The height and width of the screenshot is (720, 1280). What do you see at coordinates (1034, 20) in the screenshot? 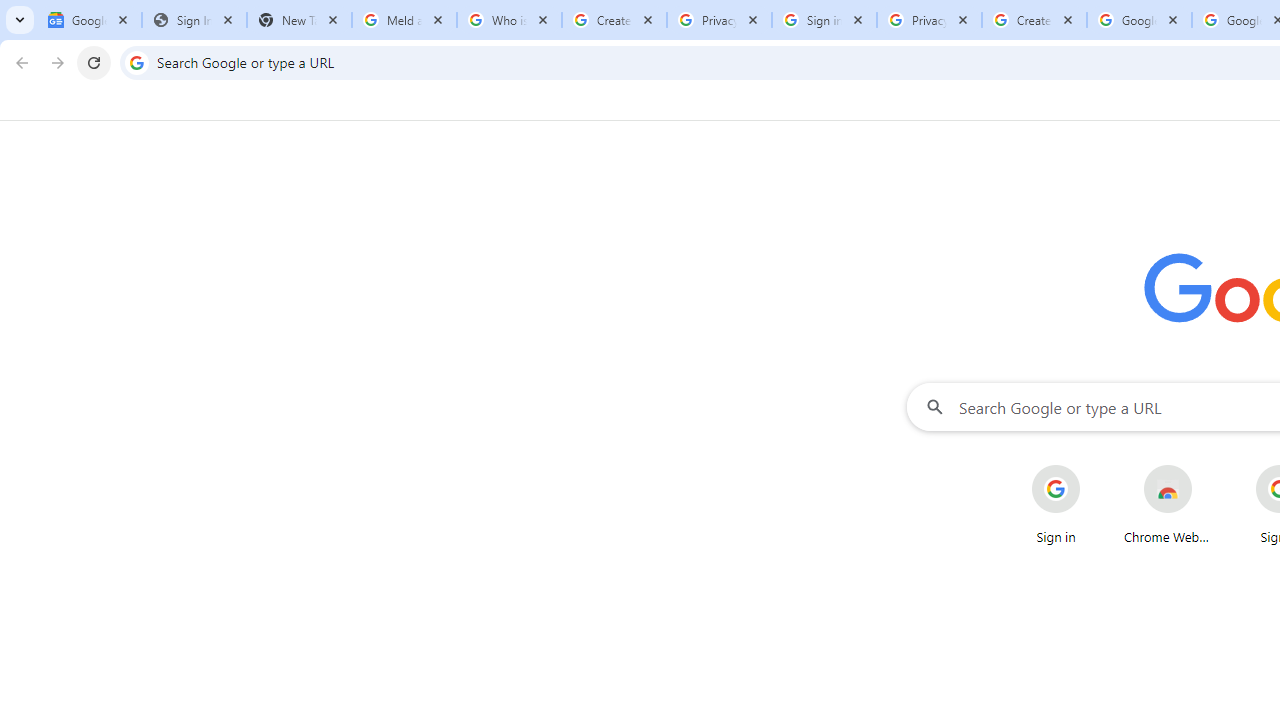
I see `'Create your Google Account'` at bounding box center [1034, 20].